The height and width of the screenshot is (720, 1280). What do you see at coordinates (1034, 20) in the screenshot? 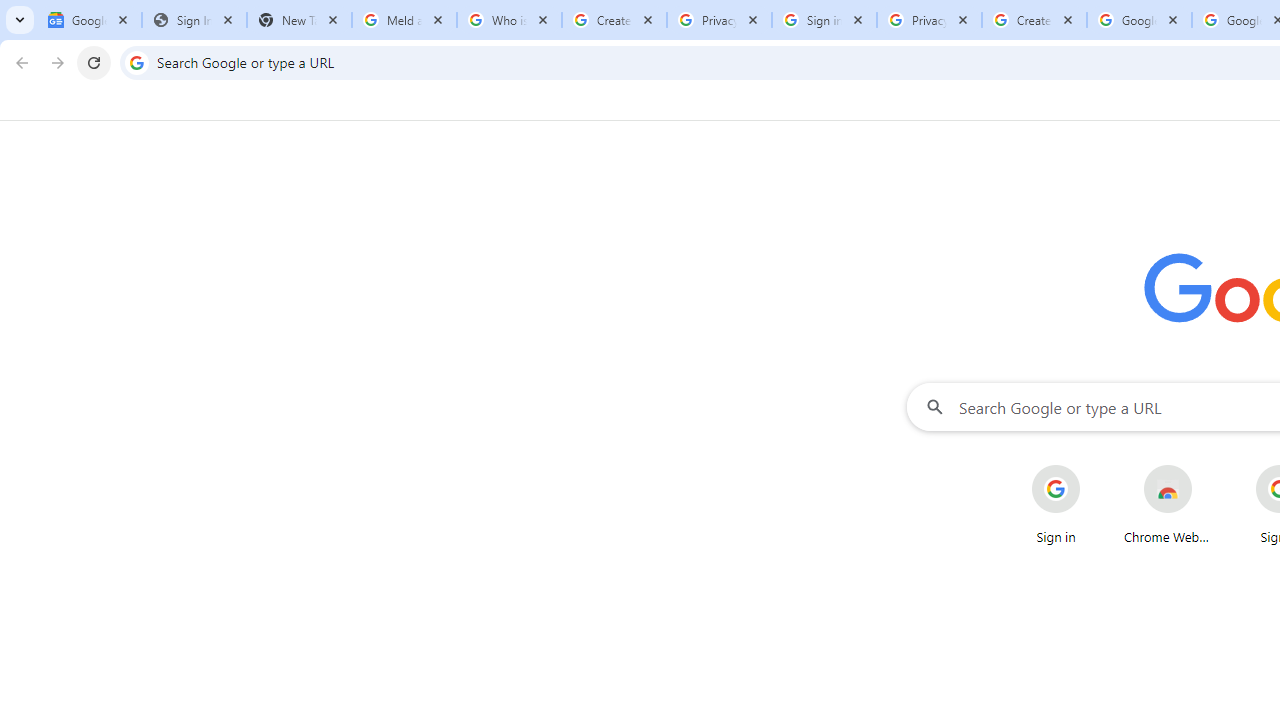
I see `'Create your Google Account'` at bounding box center [1034, 20].